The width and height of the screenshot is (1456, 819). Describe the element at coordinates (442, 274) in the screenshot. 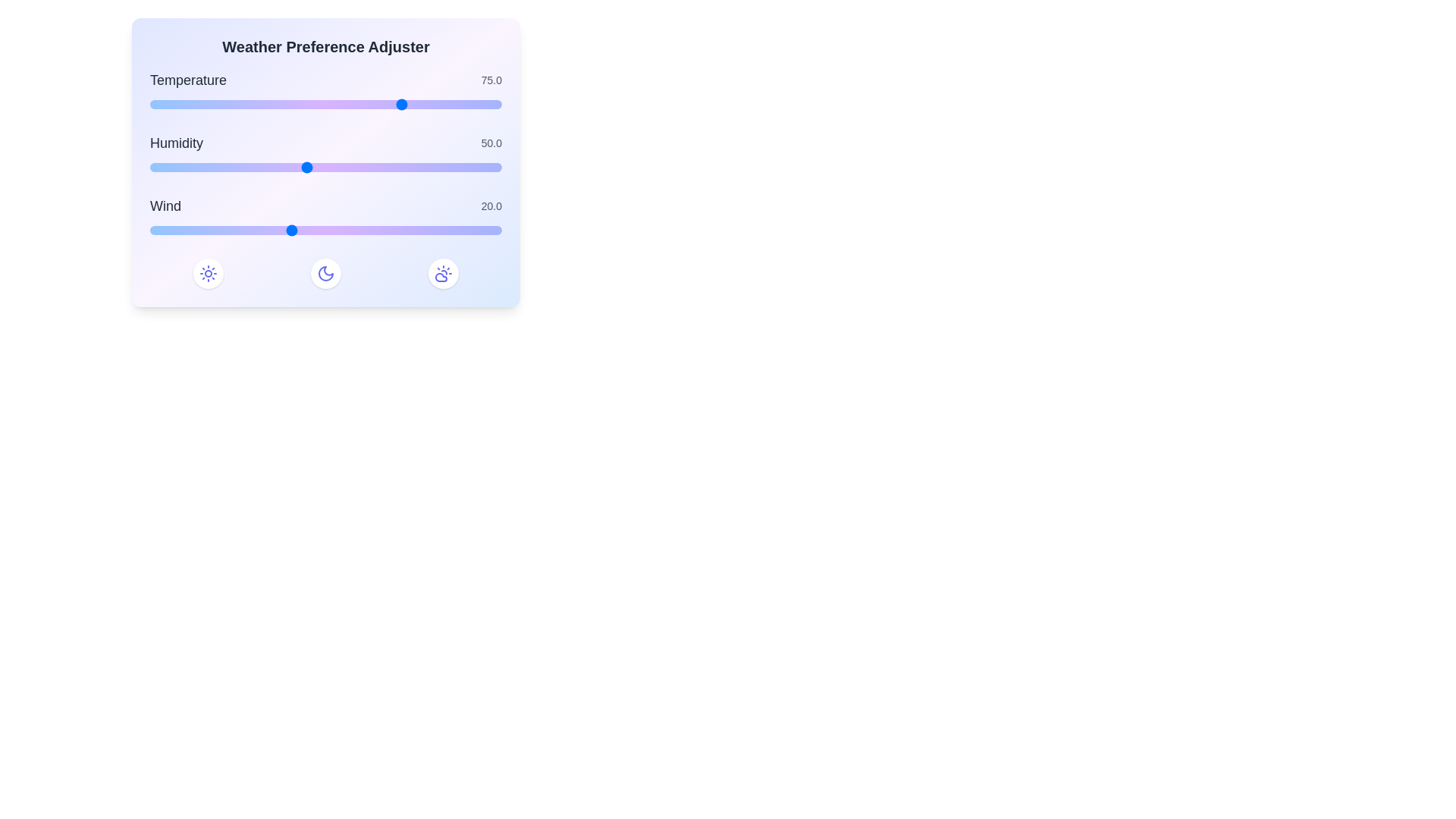

I see `the weather preference button for partial sunlight or cloudy conditions using keyboard navigation` at that location.